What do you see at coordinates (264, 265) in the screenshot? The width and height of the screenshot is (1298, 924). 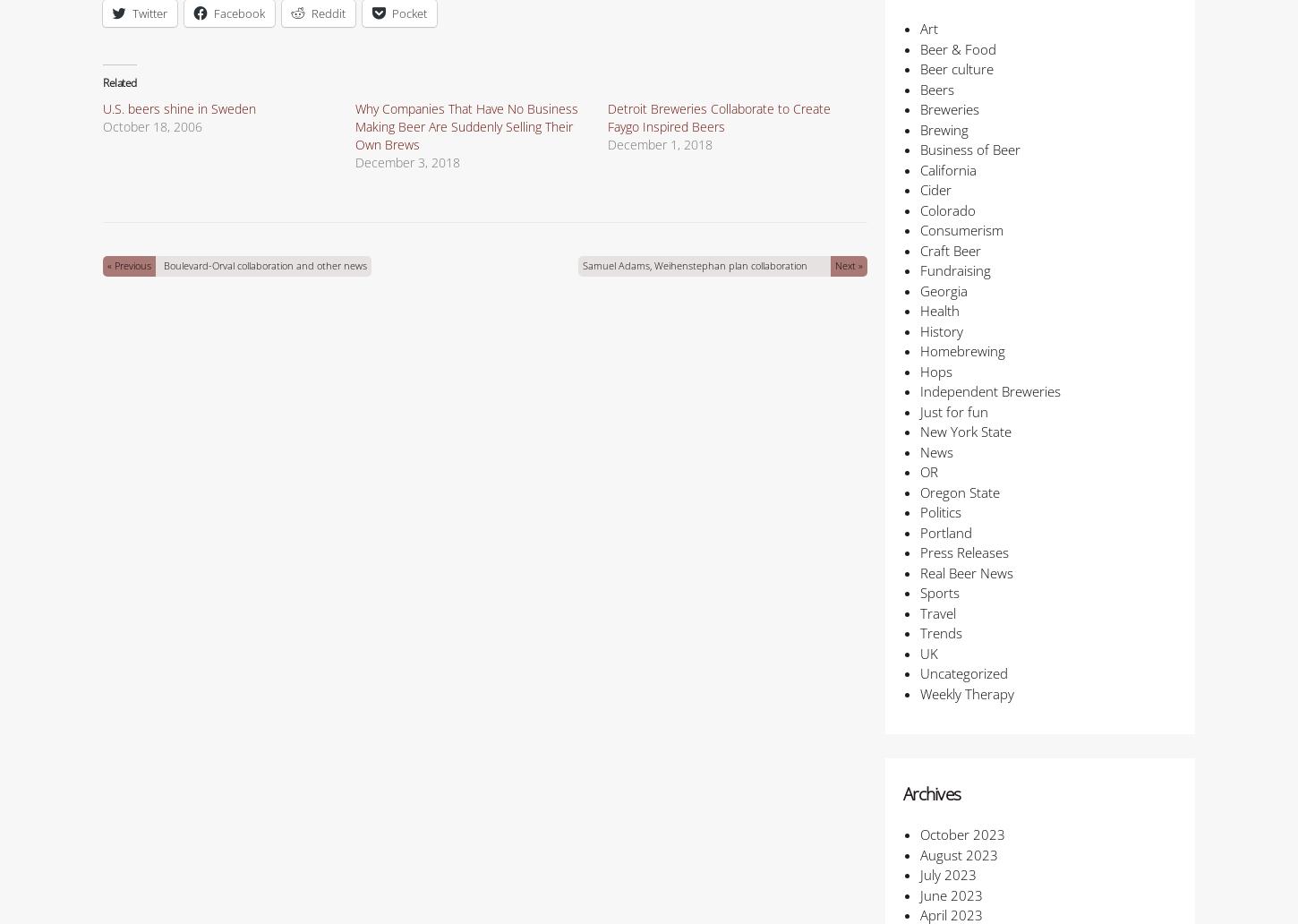 I see `'Boulevard-Orval collaboration and other news'` at bounding box center [264, 265].